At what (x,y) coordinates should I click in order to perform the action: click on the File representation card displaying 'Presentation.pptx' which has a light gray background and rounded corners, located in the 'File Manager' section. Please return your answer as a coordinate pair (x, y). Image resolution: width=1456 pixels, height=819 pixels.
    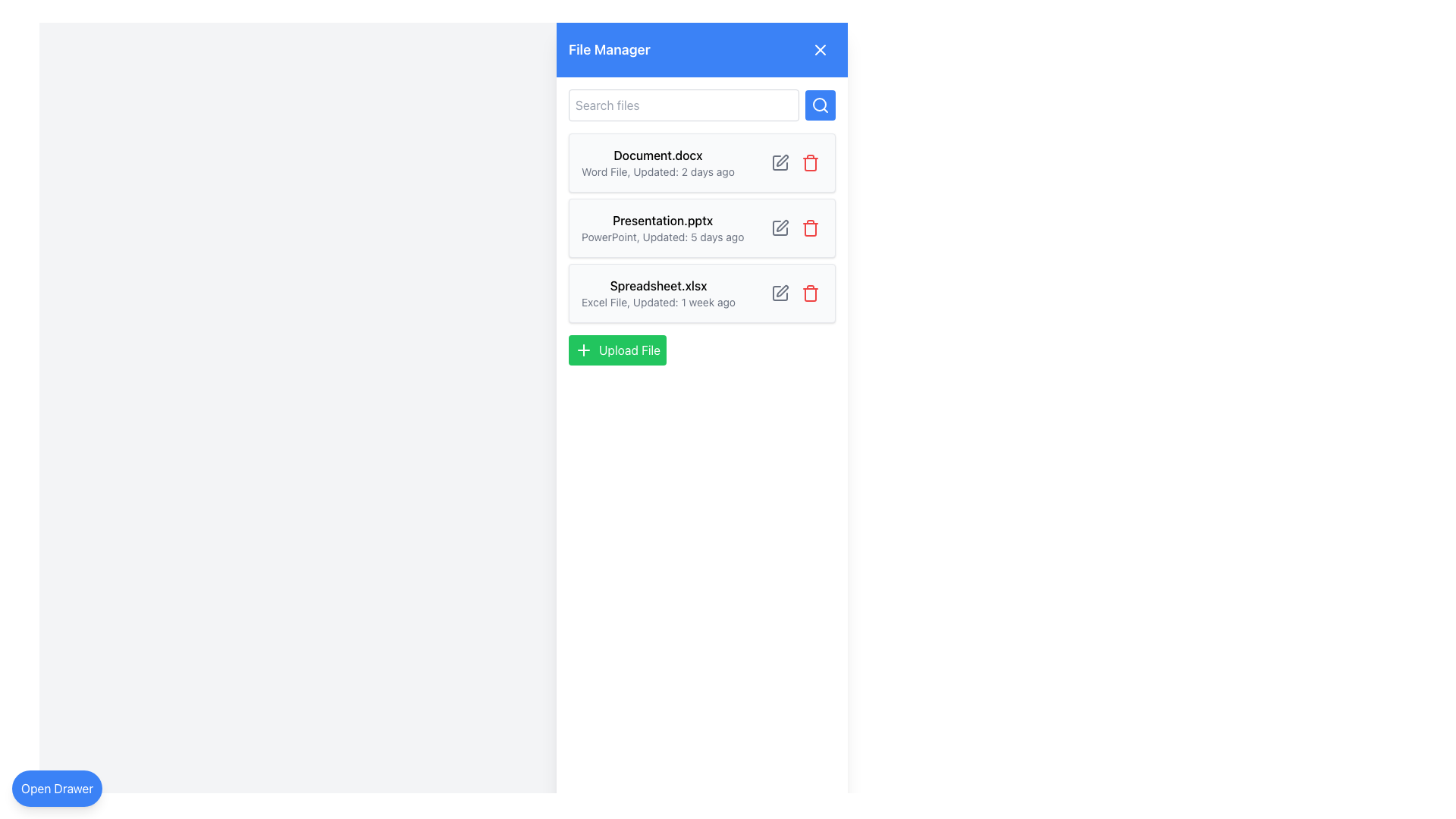
    Looking at the image, I should click on (701, 227).